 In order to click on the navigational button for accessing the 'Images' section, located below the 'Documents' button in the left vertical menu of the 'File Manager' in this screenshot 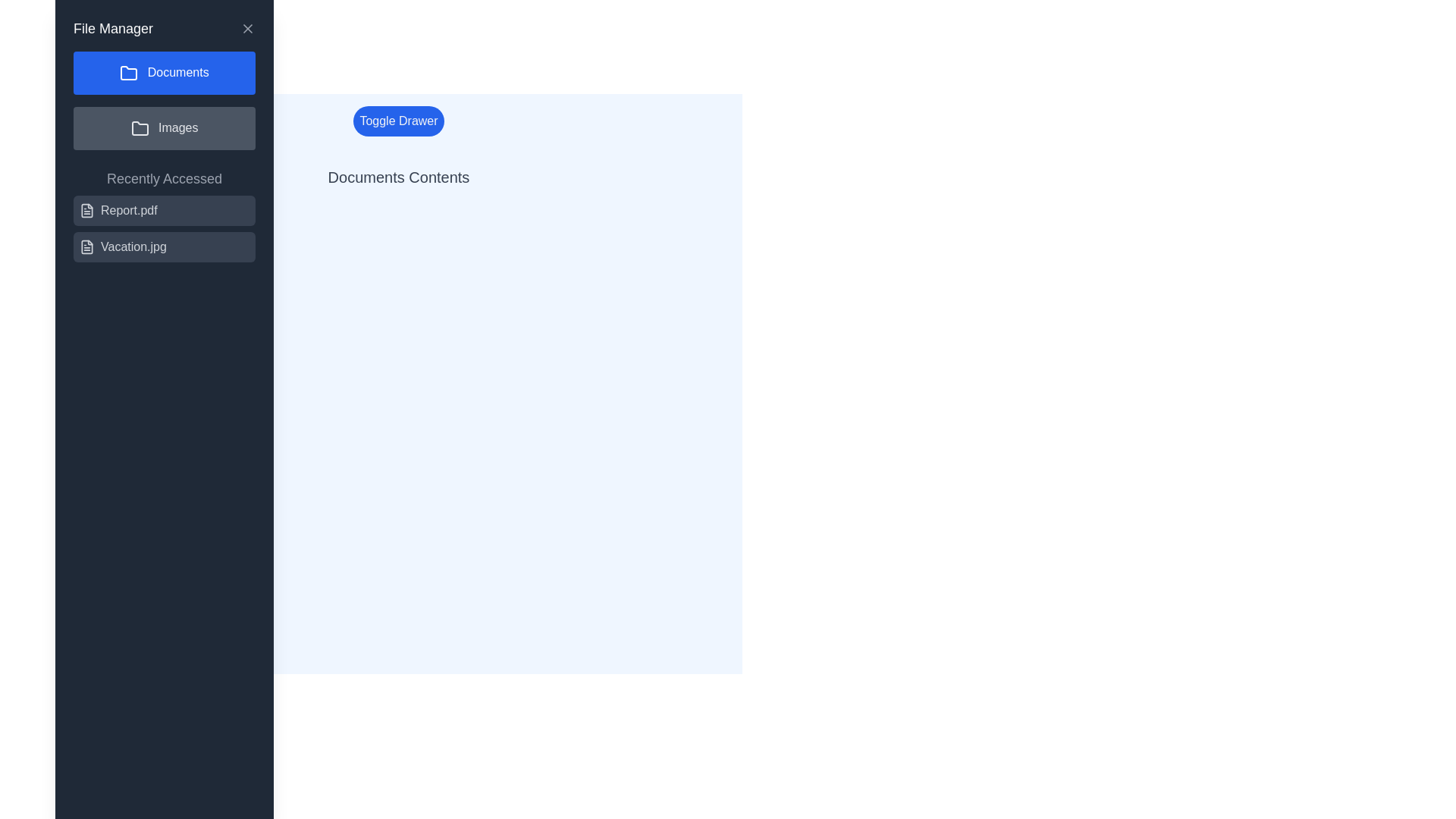, I will do `click(164, 127)`.